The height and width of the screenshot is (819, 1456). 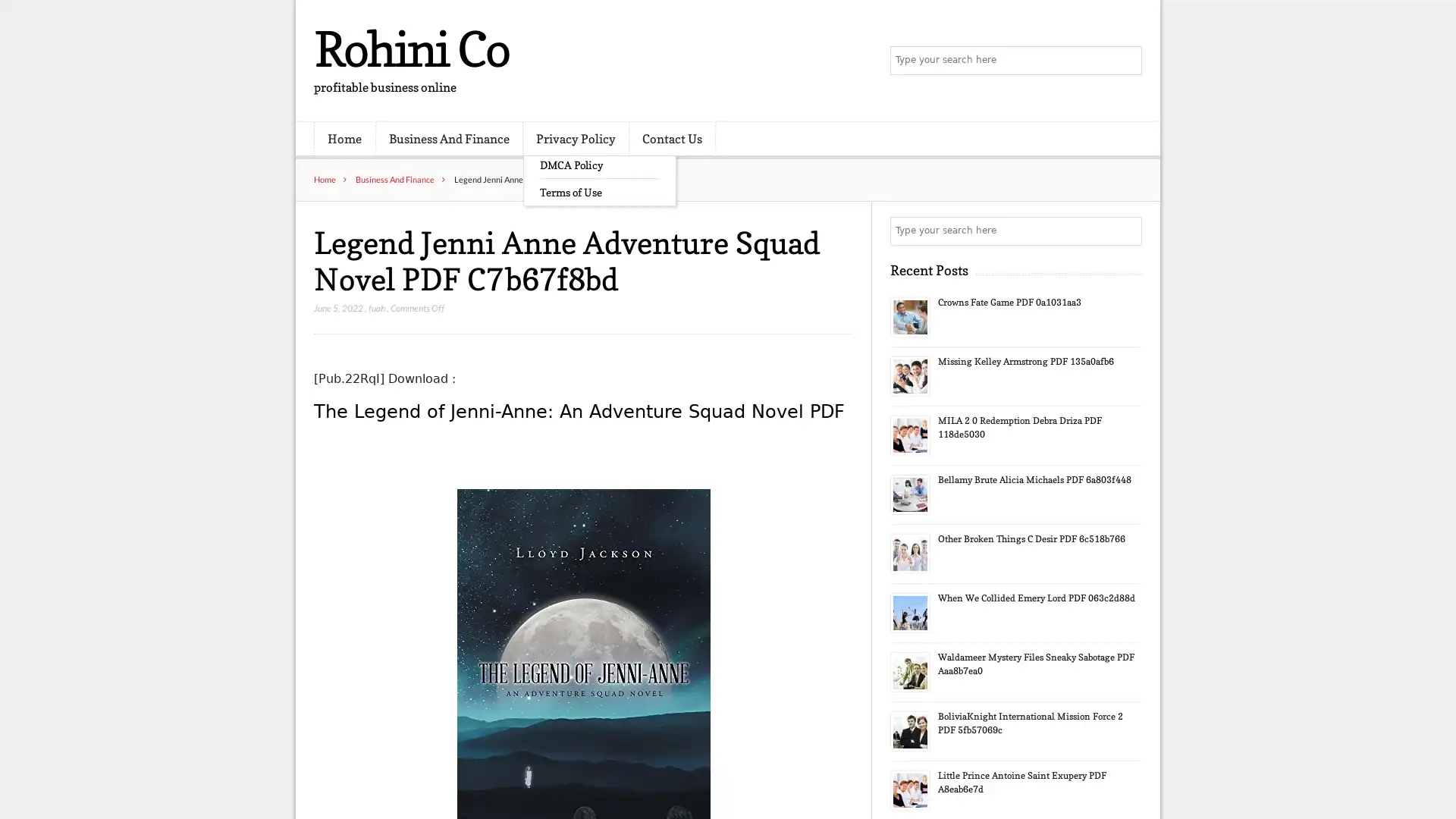 What do you see at coordinates (1126, 61) in the screenshot?
I see `Search` at bounding box center [1126, 61].